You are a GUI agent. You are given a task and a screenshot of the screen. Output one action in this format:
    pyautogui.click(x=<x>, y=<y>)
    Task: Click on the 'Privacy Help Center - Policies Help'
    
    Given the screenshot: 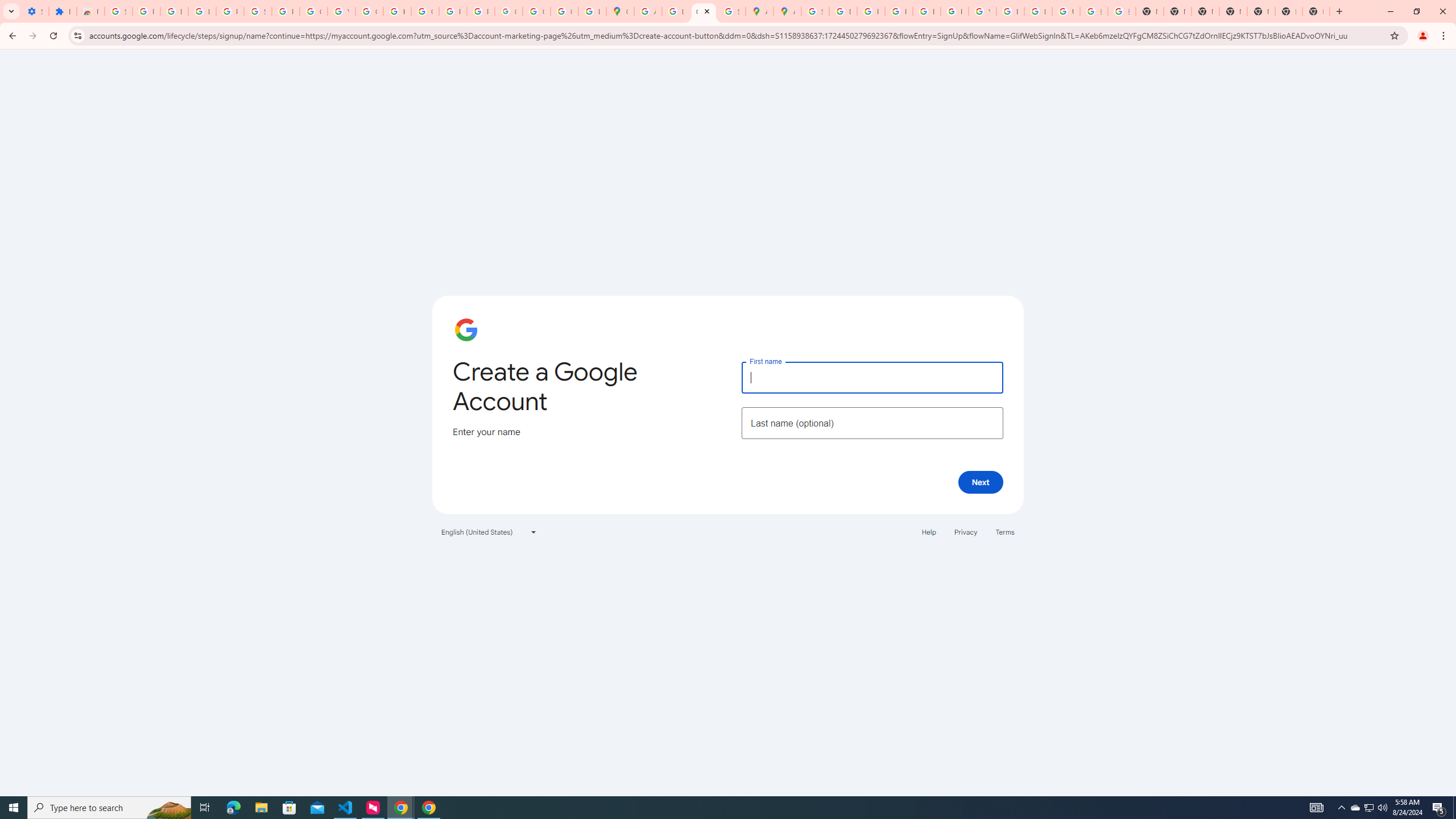 What is the action you would take?
    pyautogui.click(x=870, y=11)
    